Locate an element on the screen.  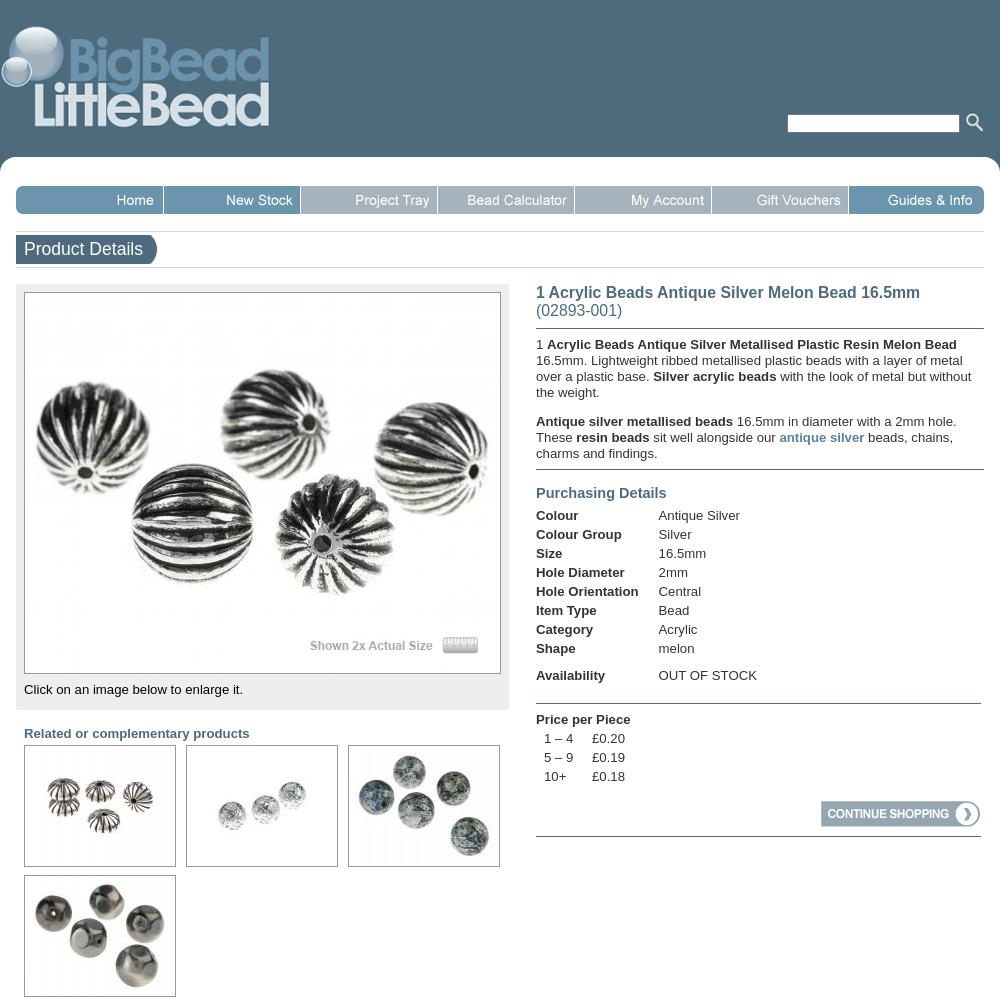
'(02893-001)' is located at coordinates (578, 310).